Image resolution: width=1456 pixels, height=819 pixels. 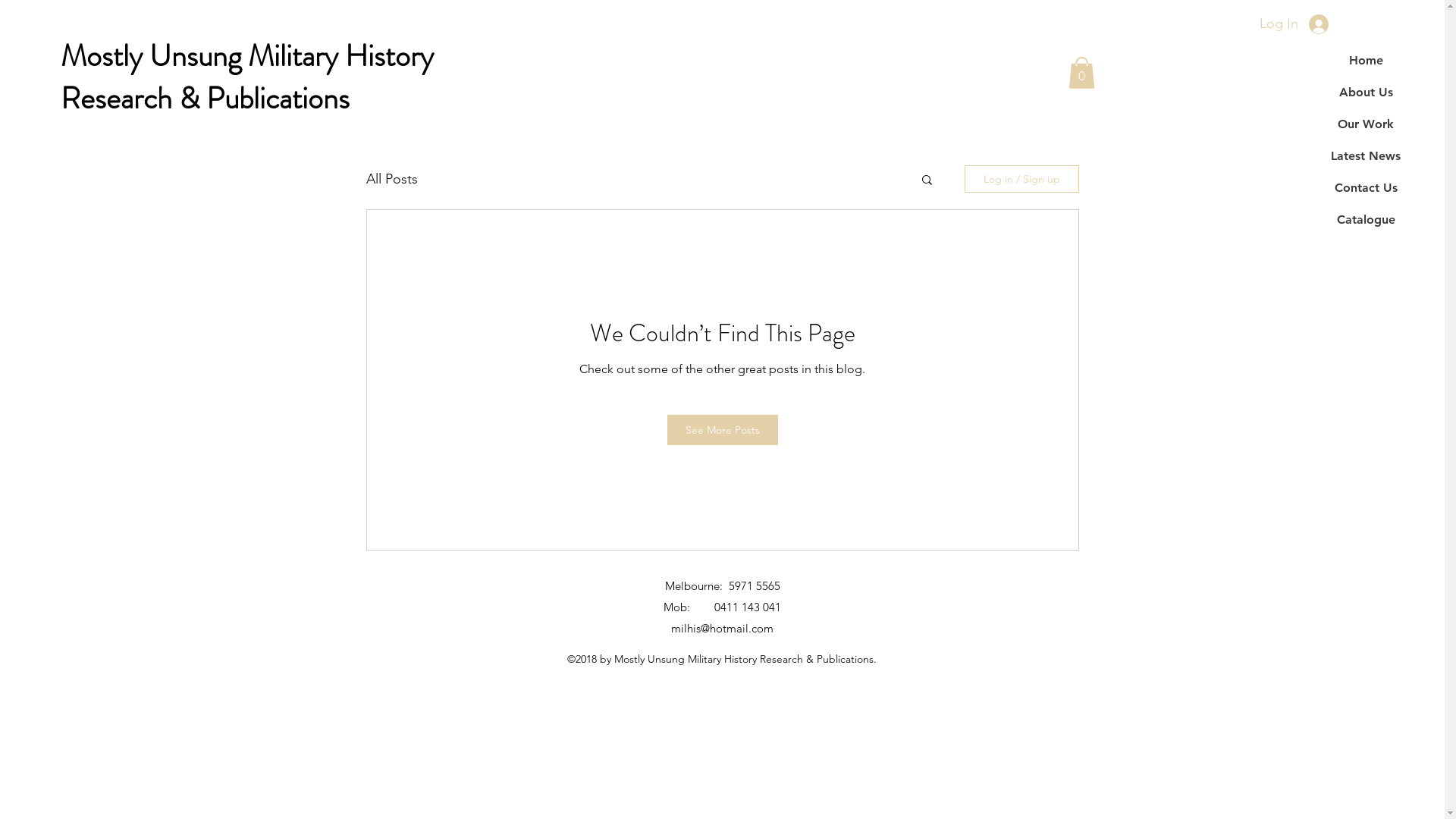 I want to click on 'Latest News', so click(x=1365, y=155).